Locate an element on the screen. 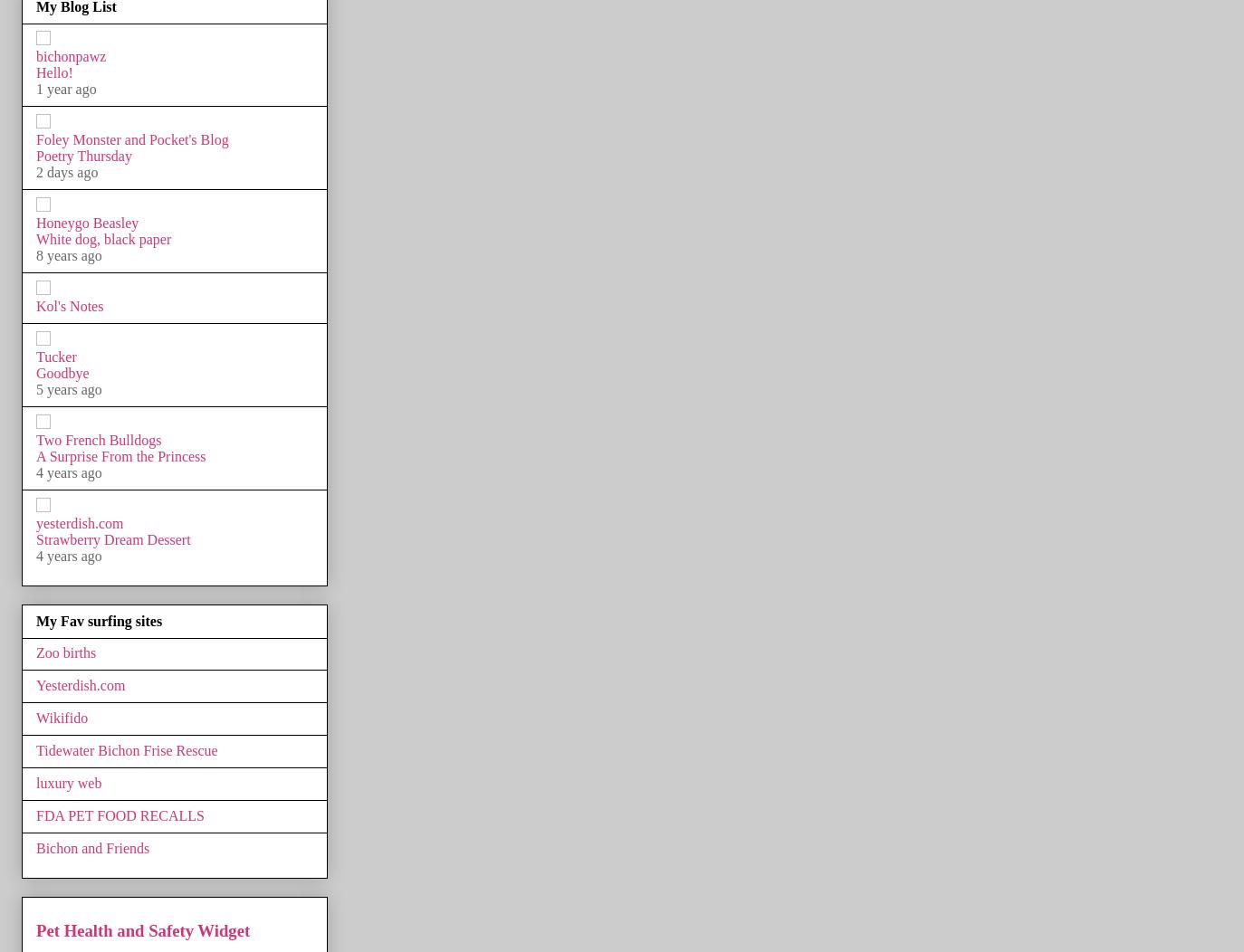 The image size is (1244, 952). 'Bichon and Friends' is located at coordinates (91, 847).